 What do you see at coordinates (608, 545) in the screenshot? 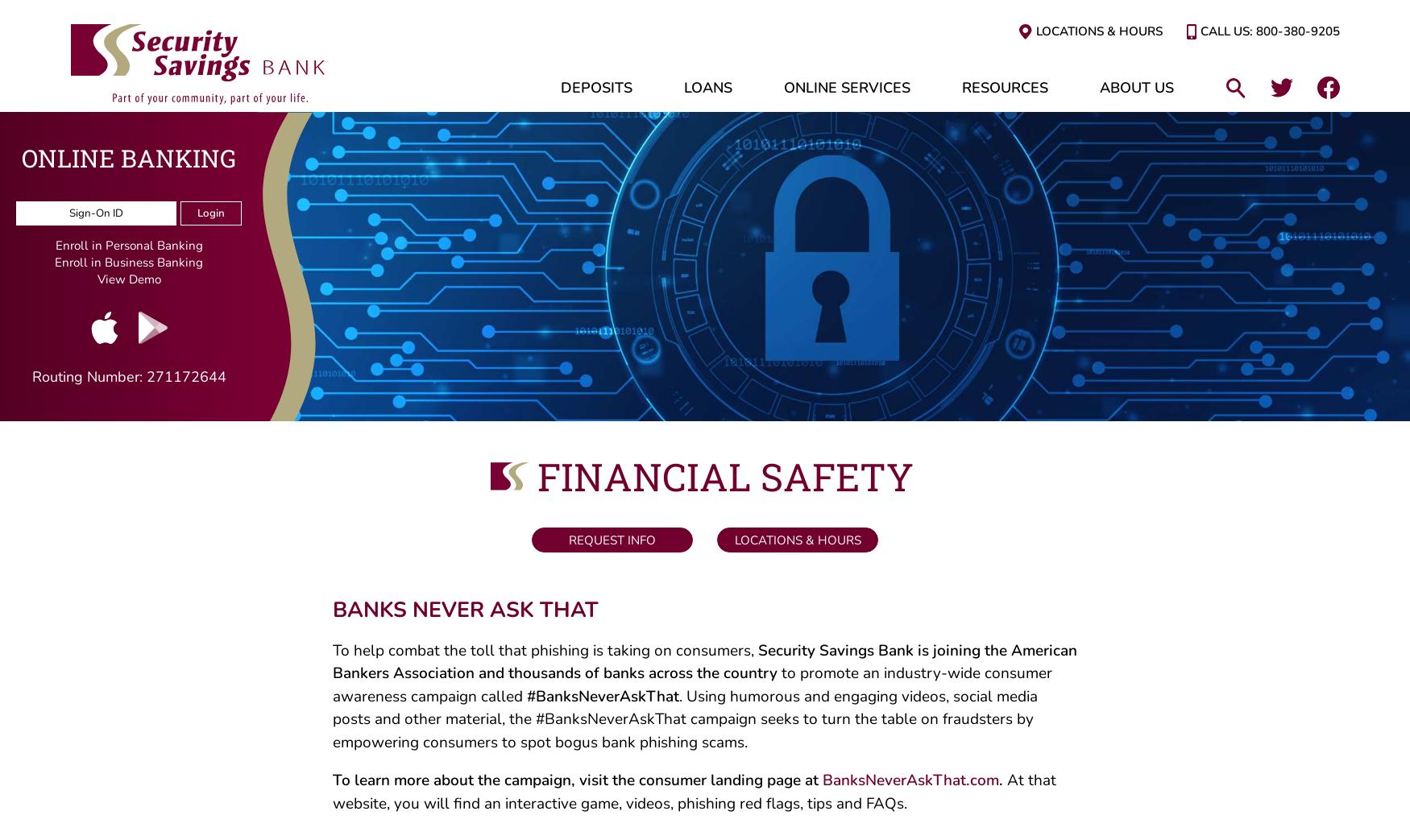
I see `'Request Info'` at bounding box center [608, 545].